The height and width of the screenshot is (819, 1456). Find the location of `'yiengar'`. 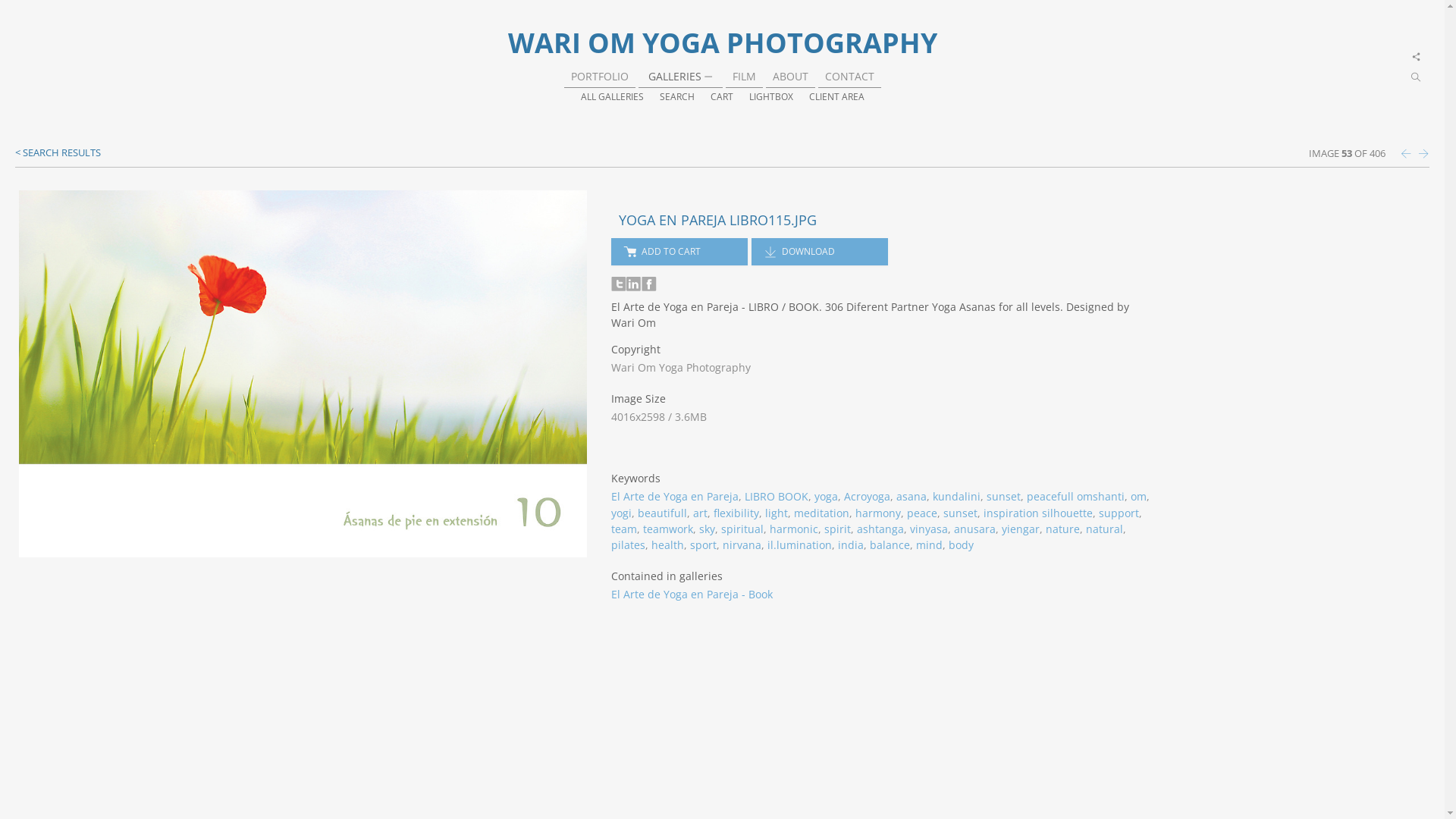

'yiengar' is located at coordinates (1020, 528).